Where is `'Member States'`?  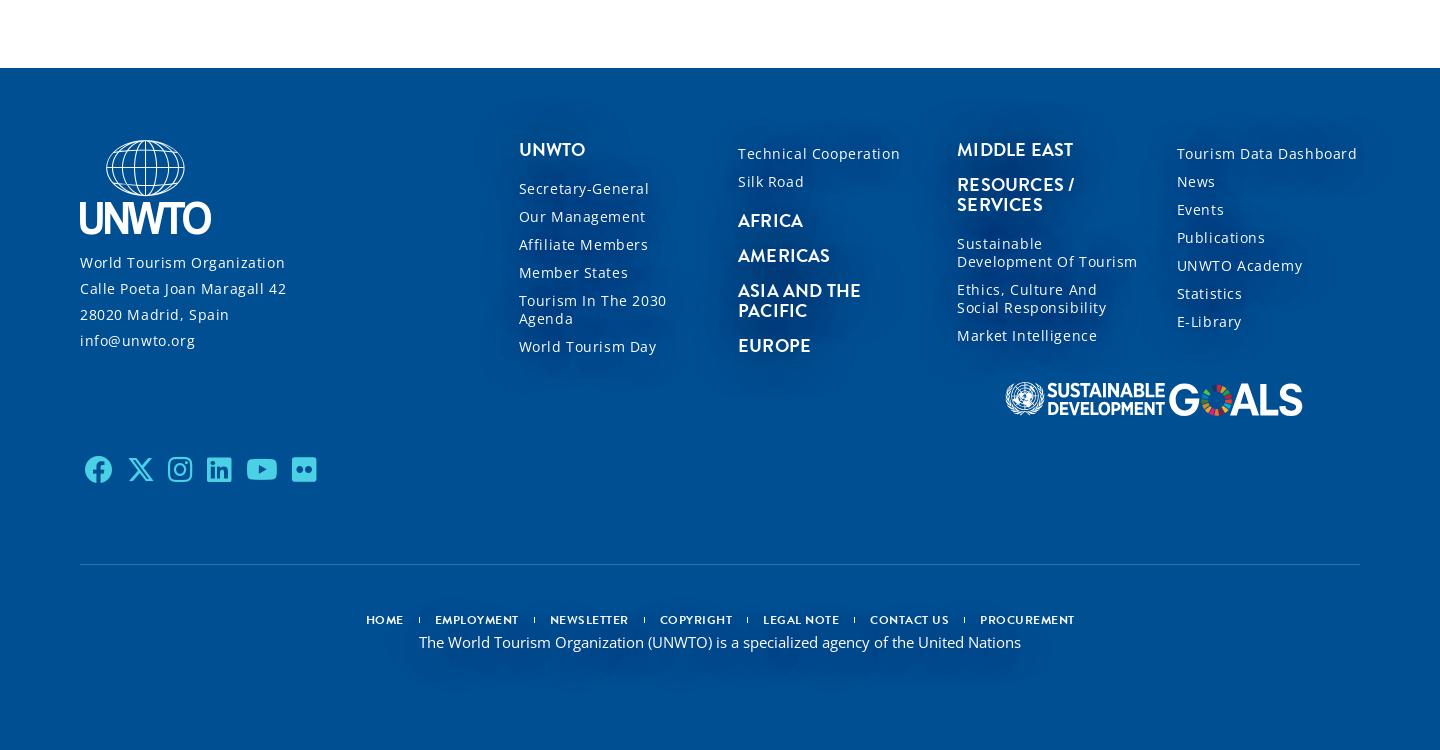 'Member States' is located at coordinates (572, 271).